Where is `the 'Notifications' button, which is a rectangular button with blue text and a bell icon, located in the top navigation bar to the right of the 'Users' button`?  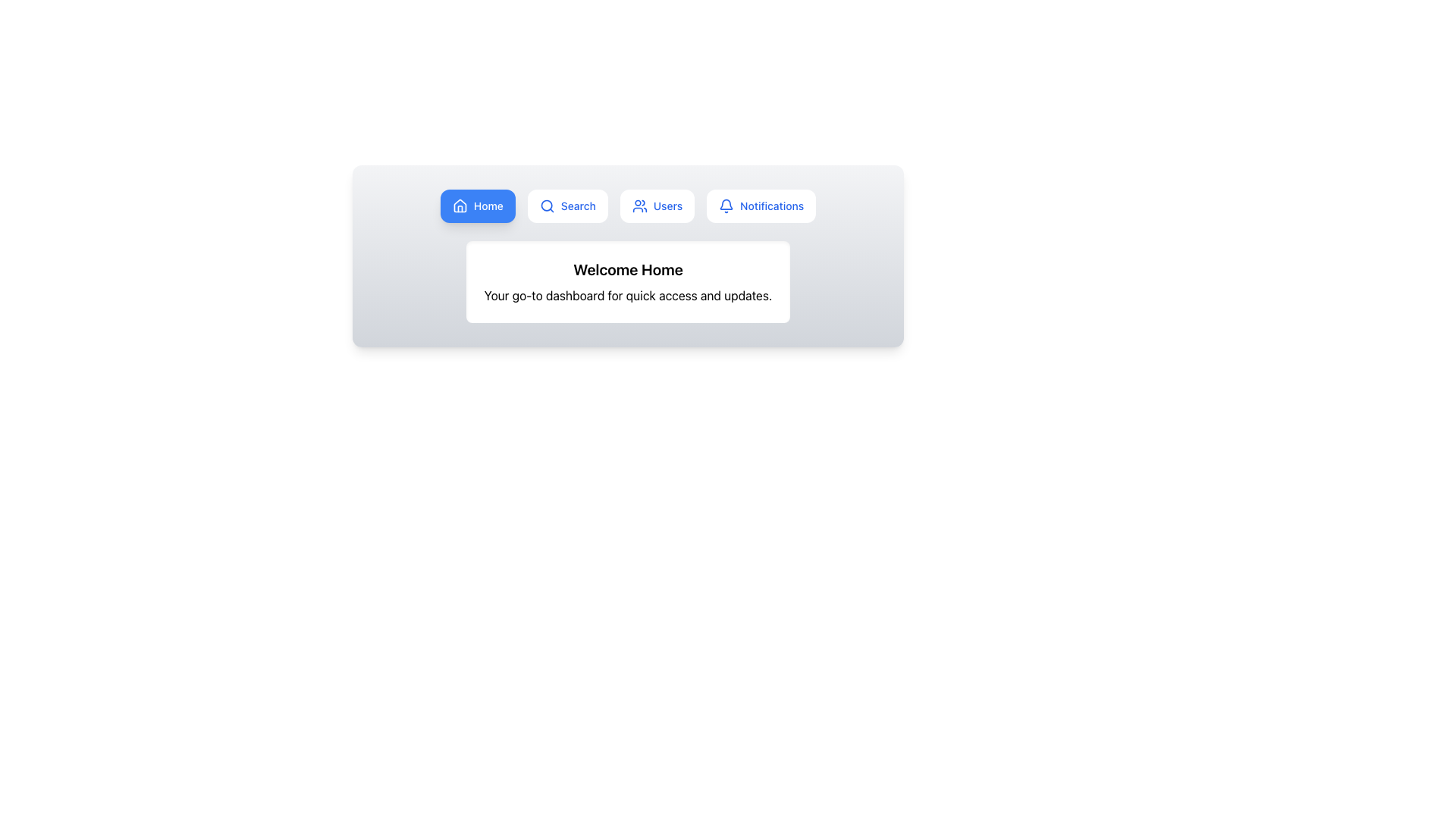
the 'Notifications' button, which is a rectangular button with blue text and a bell icon, located in the top navigation bar to the right of the 'Users' button is located at coordinates (761, 206).